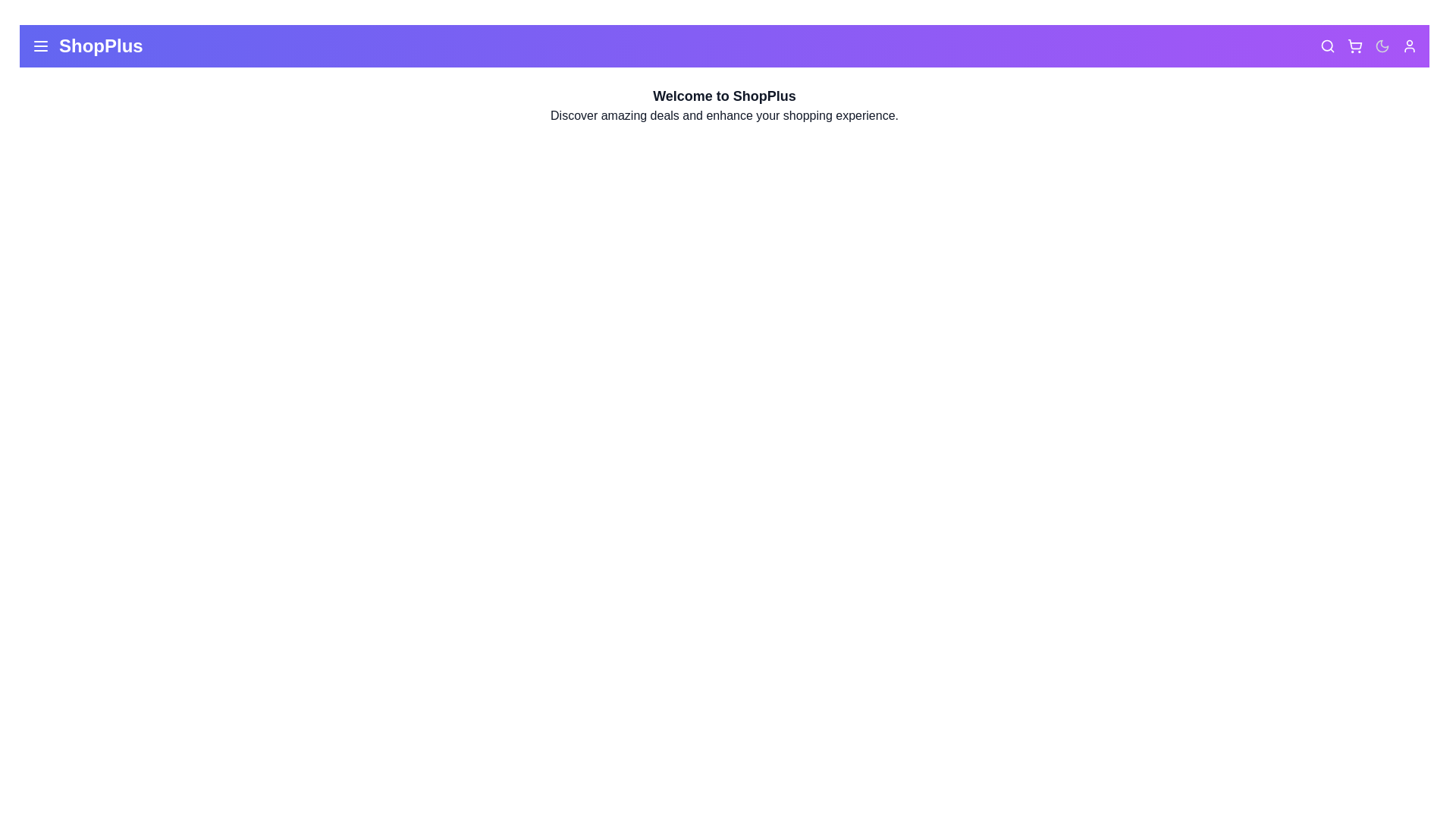  Describe the element at coordinates (1408, 45) in the screenshot. I see `the user account icon in the top-right corner of the app bar` at that location.